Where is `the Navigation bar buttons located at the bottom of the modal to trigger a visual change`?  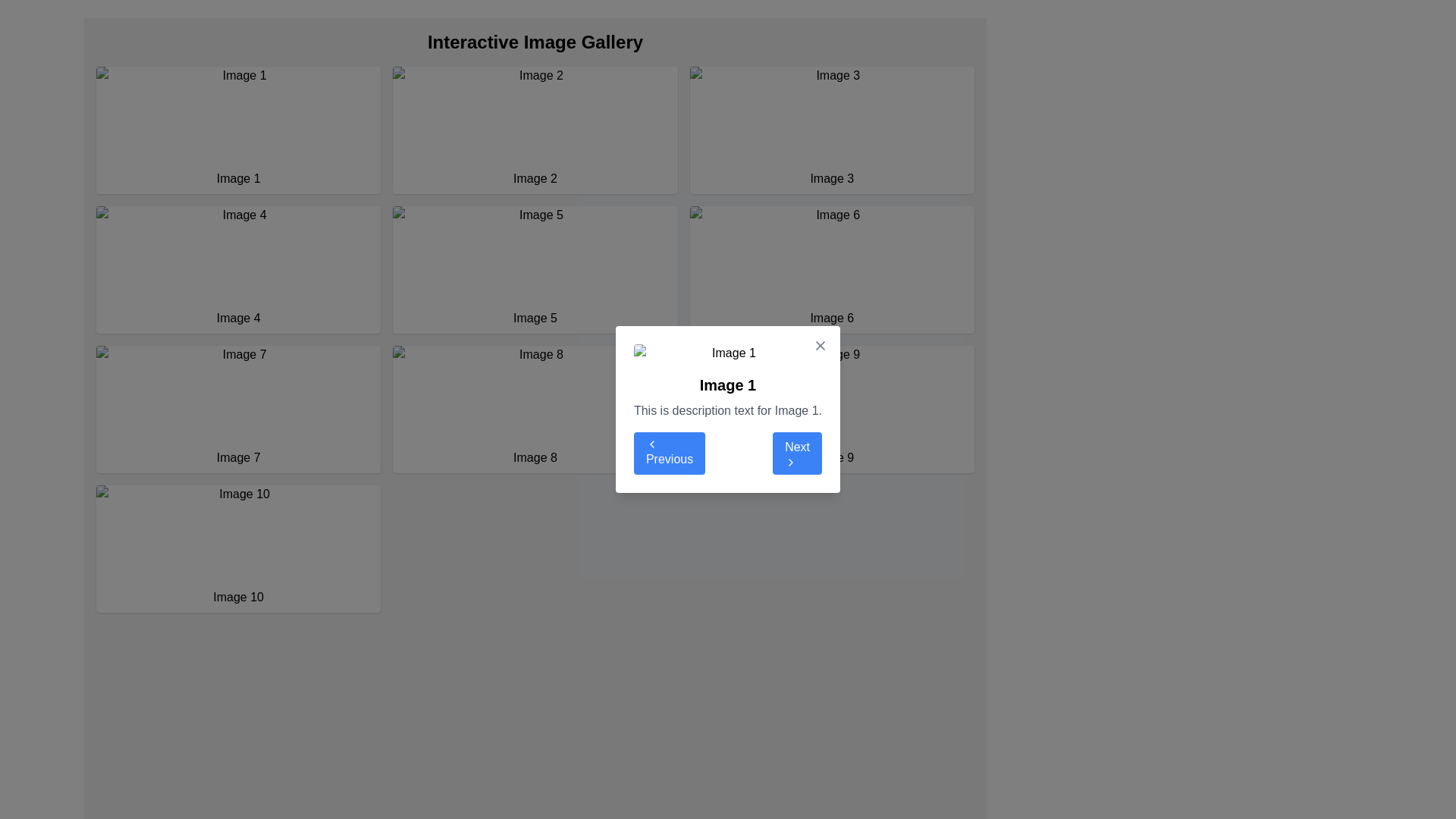 the Navigation bar buttons located at the bottom of the modal to trigger a visual change is located at coordinates (728, 452).